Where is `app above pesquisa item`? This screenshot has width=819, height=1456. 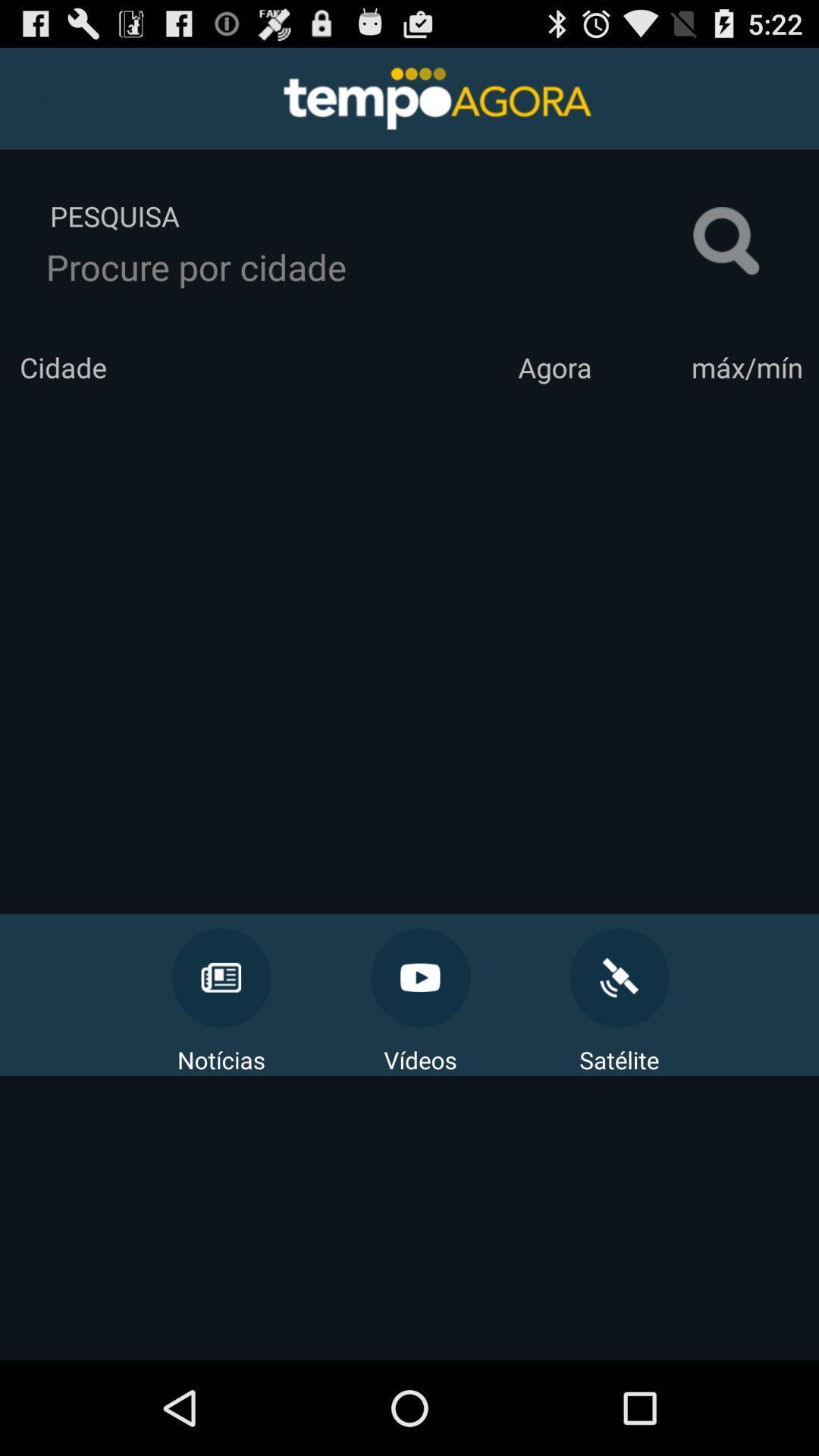
app above pesquisa item is located at coordinates (46, 94).